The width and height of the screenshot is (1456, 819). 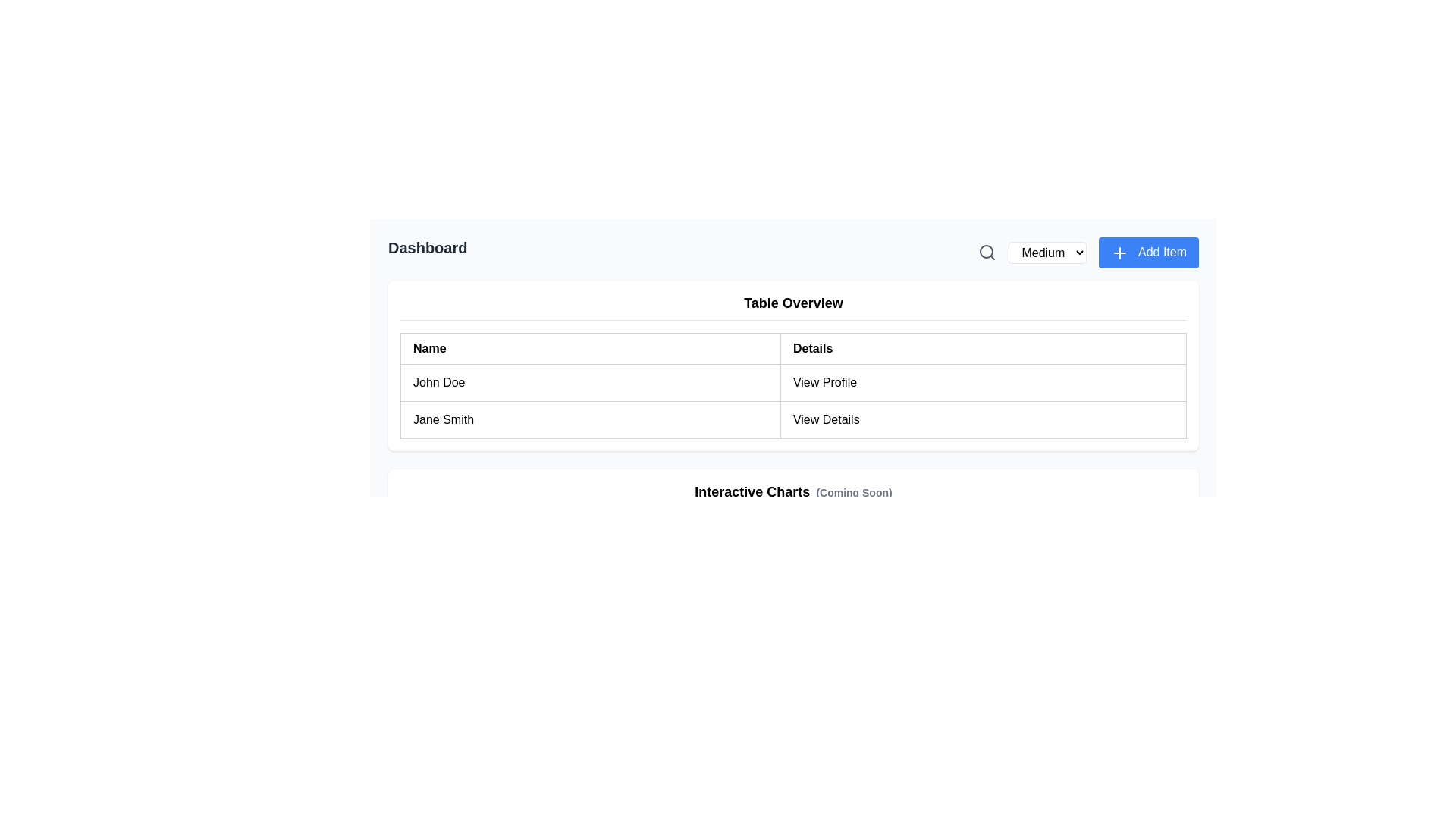 What do you see at coordinates (792, 348) in the screenshot?
I see `the table header that provides labels for the columns 'Name' and 'Details'` at bounding box center [792, 348].